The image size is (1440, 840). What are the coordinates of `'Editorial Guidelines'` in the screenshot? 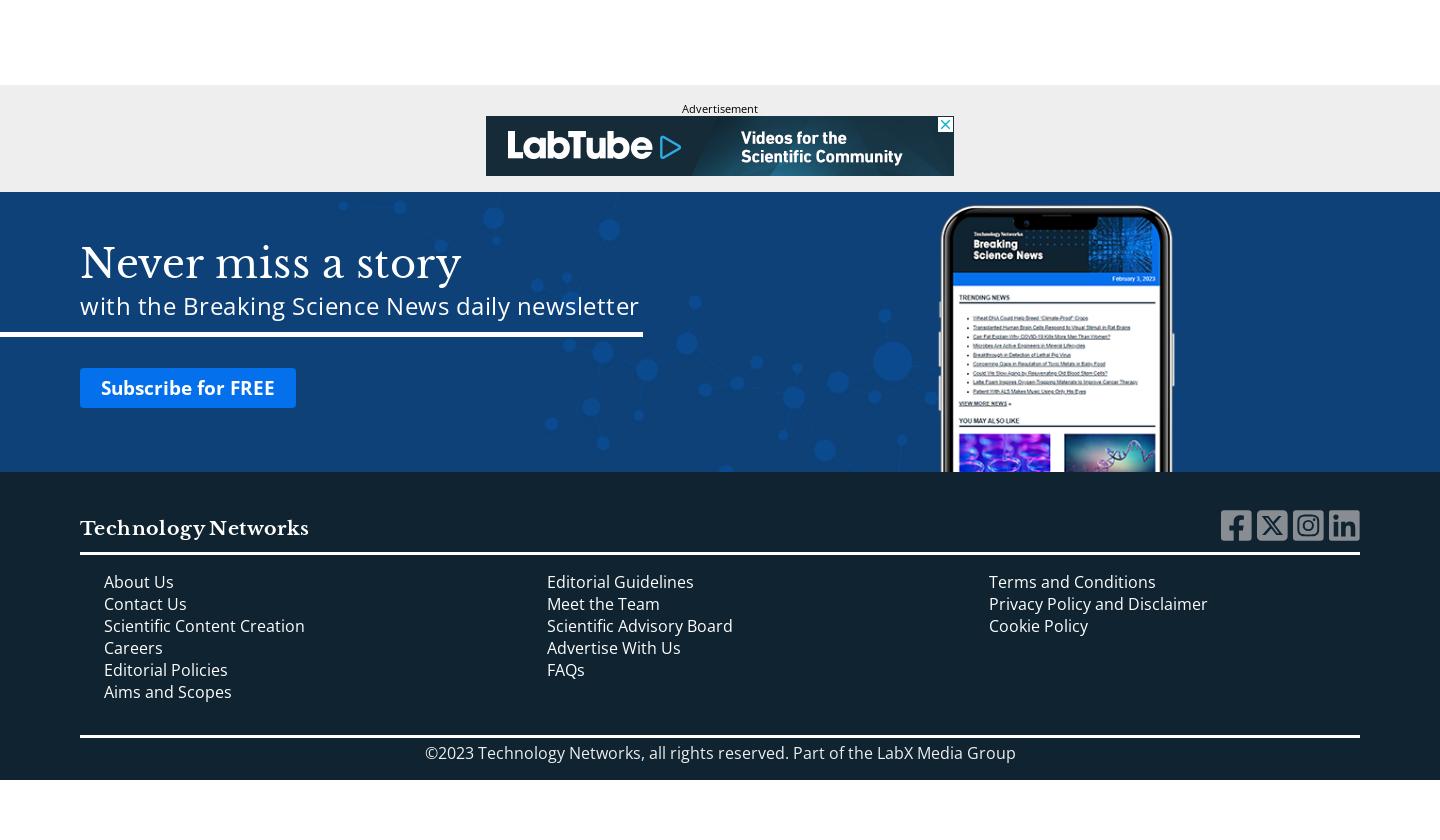 It's located at (618, 581).